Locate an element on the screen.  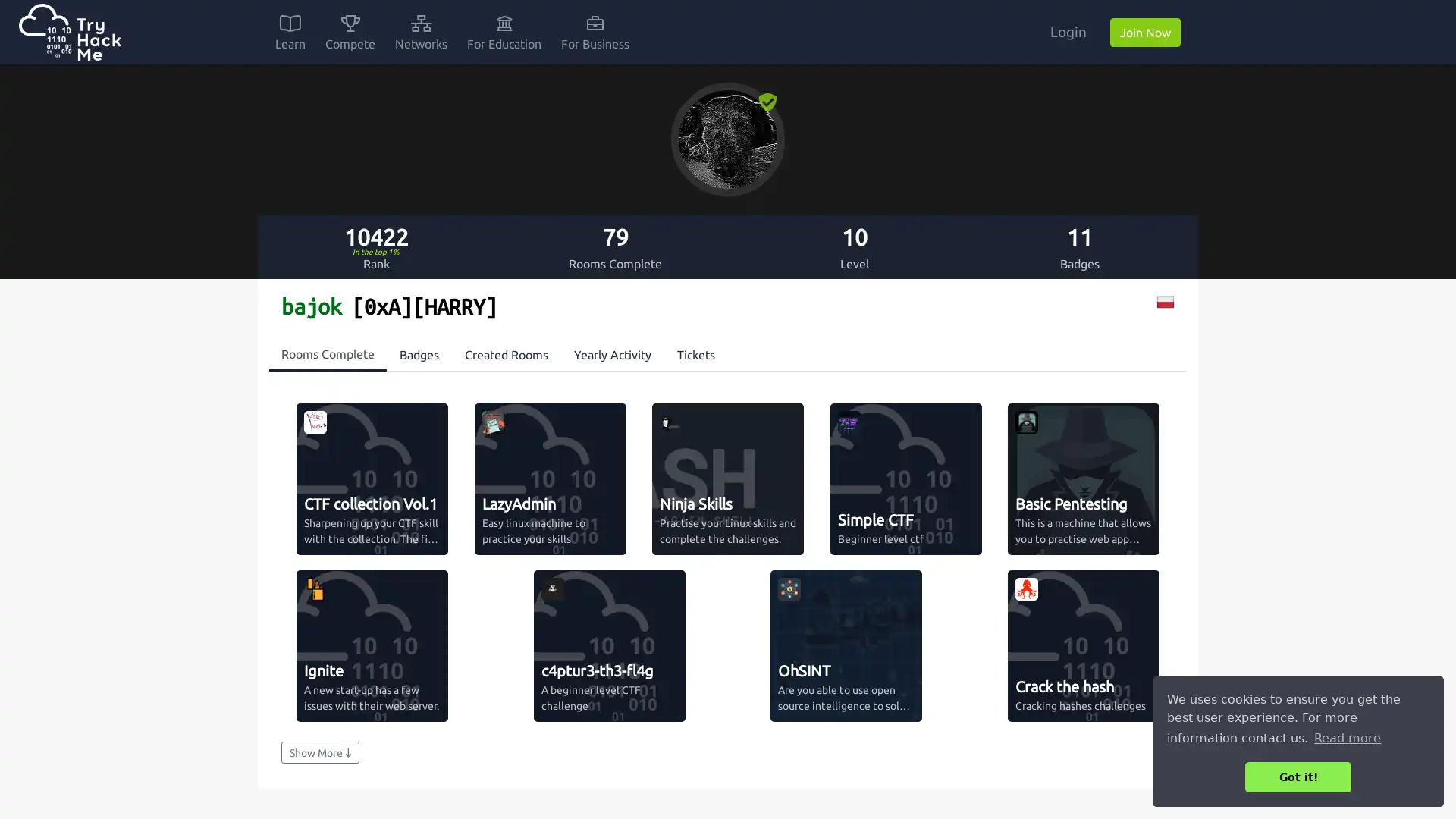
Show More is located at coordinates (319, 752).